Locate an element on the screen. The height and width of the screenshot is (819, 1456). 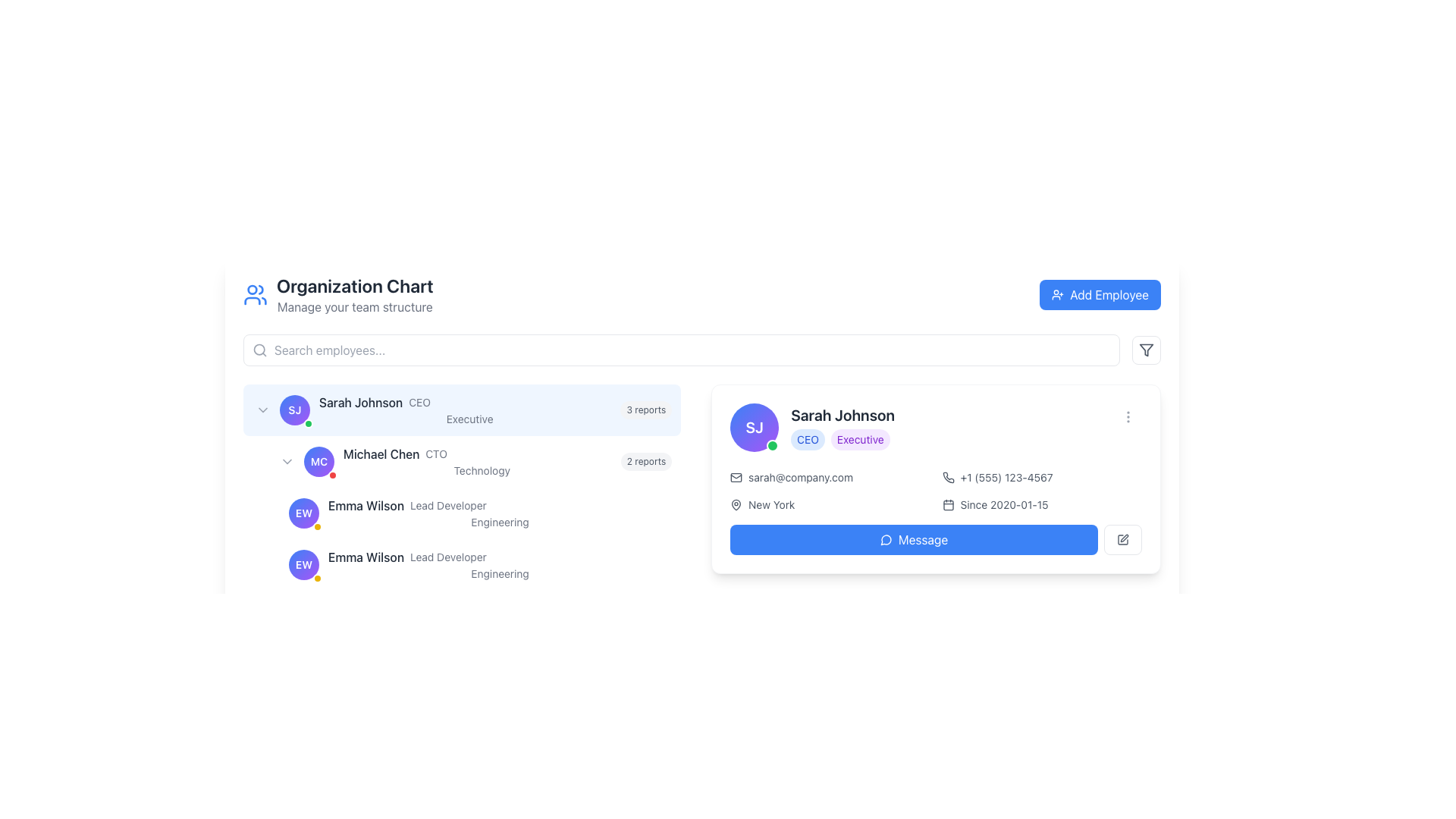
the small, downward-facing chevron arrow button located to the left of the profile picture marked 'MC' in the Michael Chen section is located at coordinates (287, 461).